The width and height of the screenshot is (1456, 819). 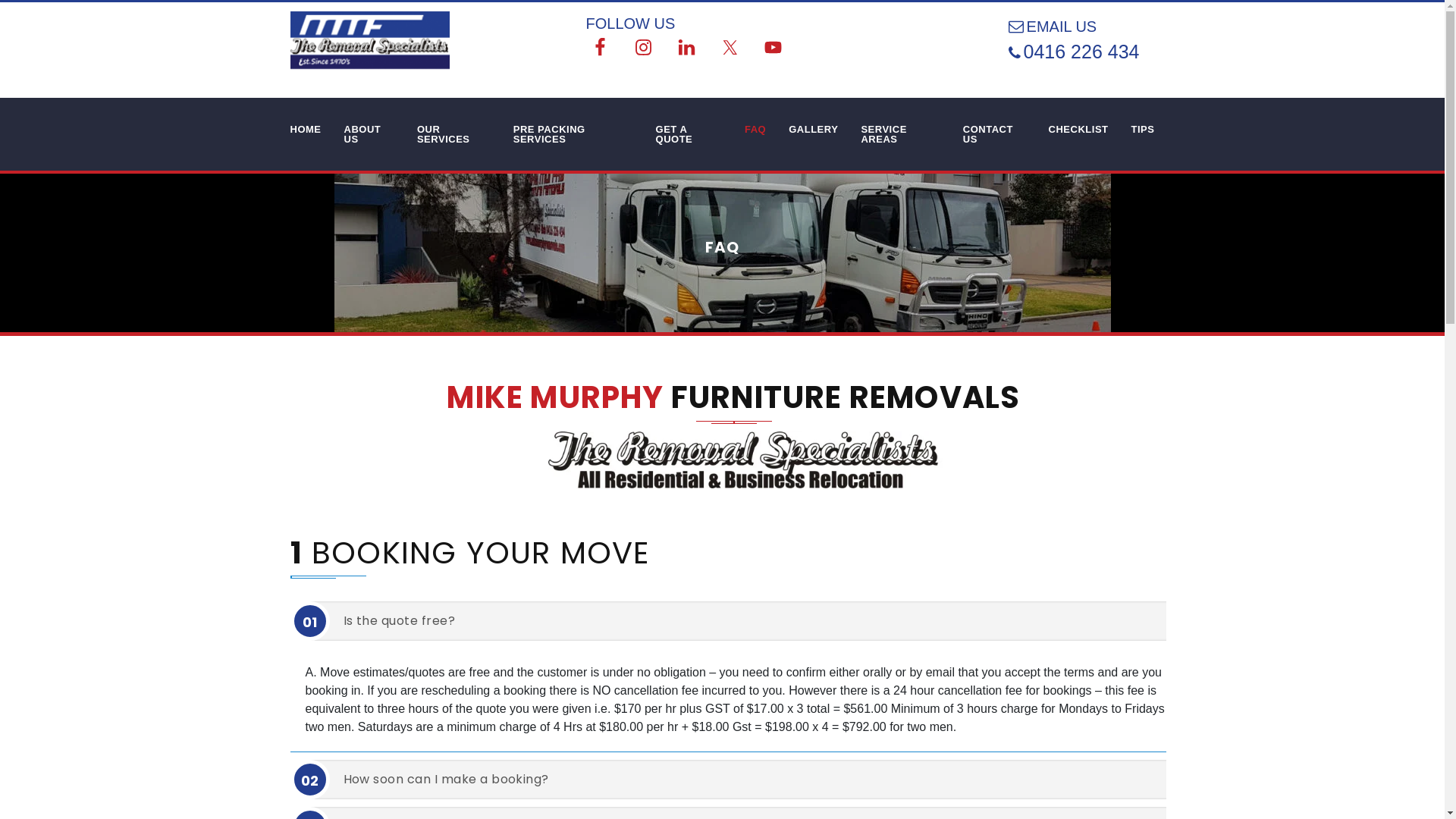 What do you see at coordinates (812, 128) in the screenshot?
I see `'GALLERY'` at bounding box center [812, 128].